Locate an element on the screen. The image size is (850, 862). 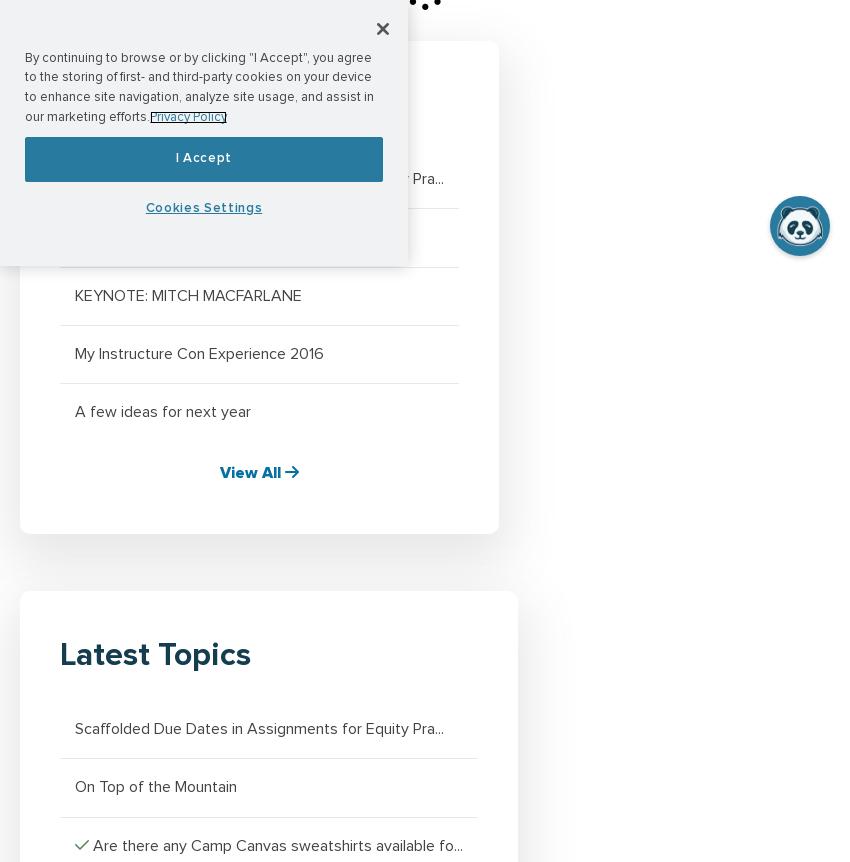
'Unanswered Topics' is located at coordinates (200, 103).